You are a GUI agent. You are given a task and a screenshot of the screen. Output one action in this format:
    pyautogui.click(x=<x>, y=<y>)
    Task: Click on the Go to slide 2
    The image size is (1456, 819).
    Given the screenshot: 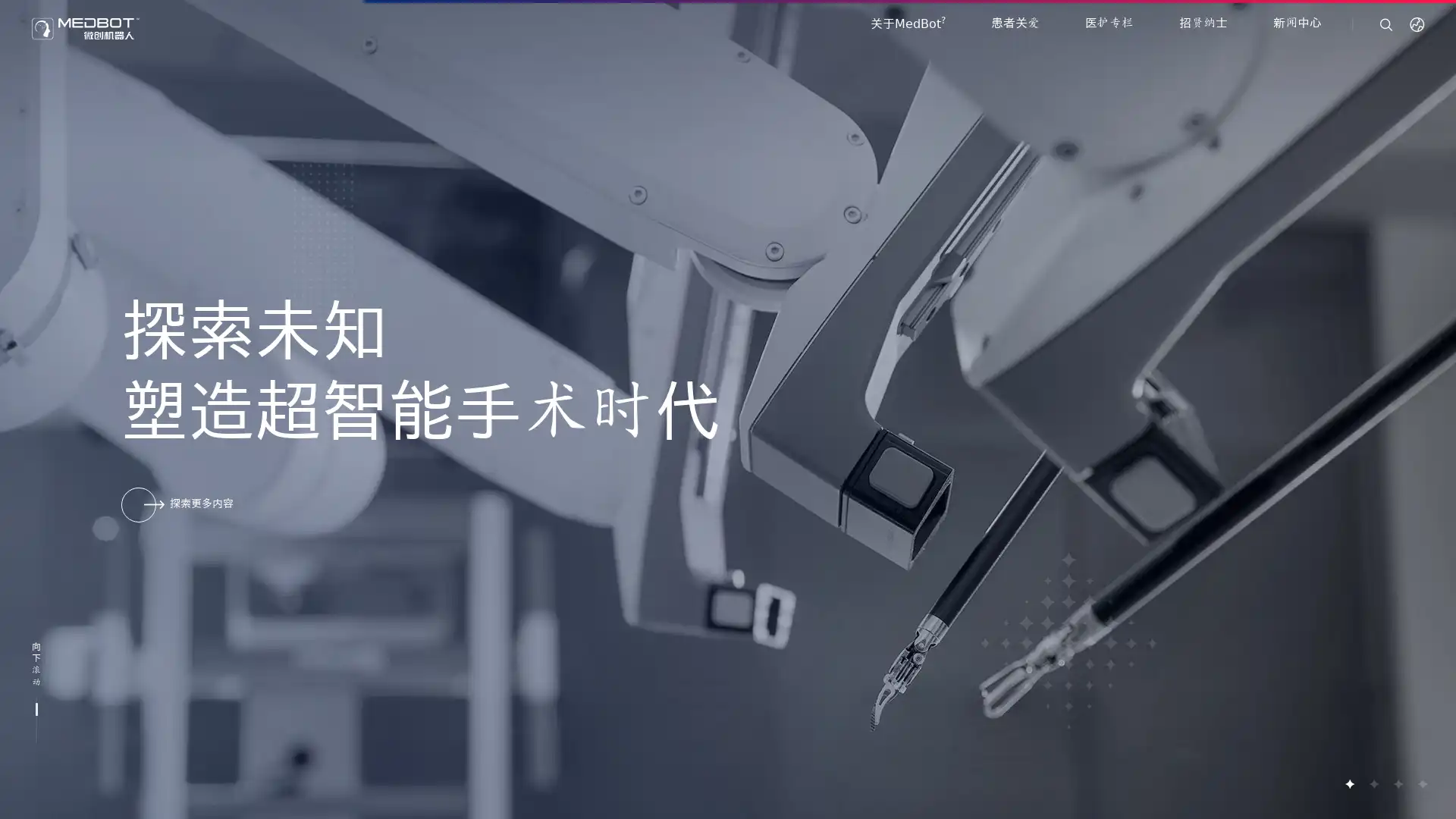 What is the action you would take?
    pyautogui.click(x=1373, y=783)
    